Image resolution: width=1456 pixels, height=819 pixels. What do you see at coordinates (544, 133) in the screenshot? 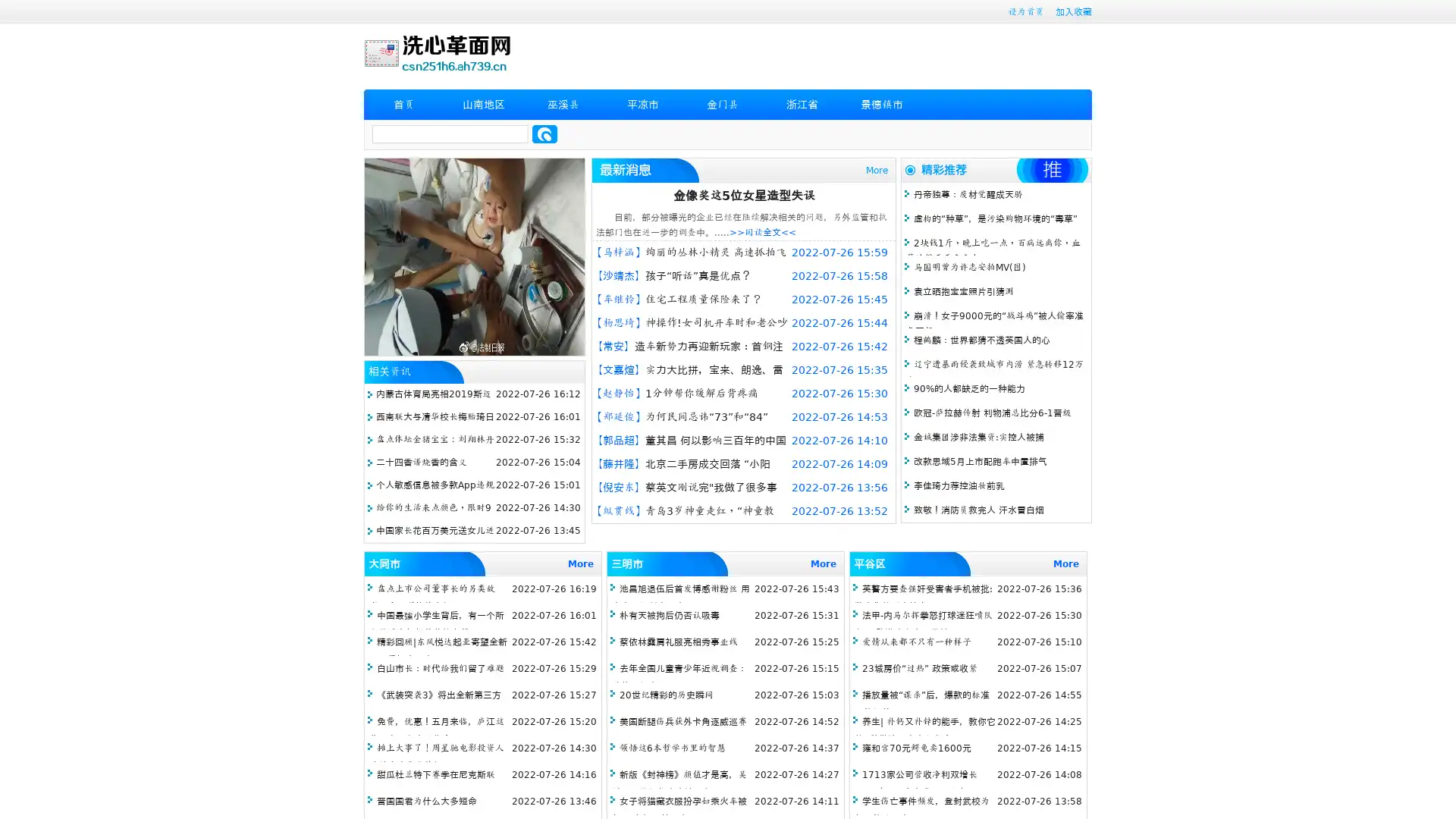
I see `Search` at bounding box center [544, 133].